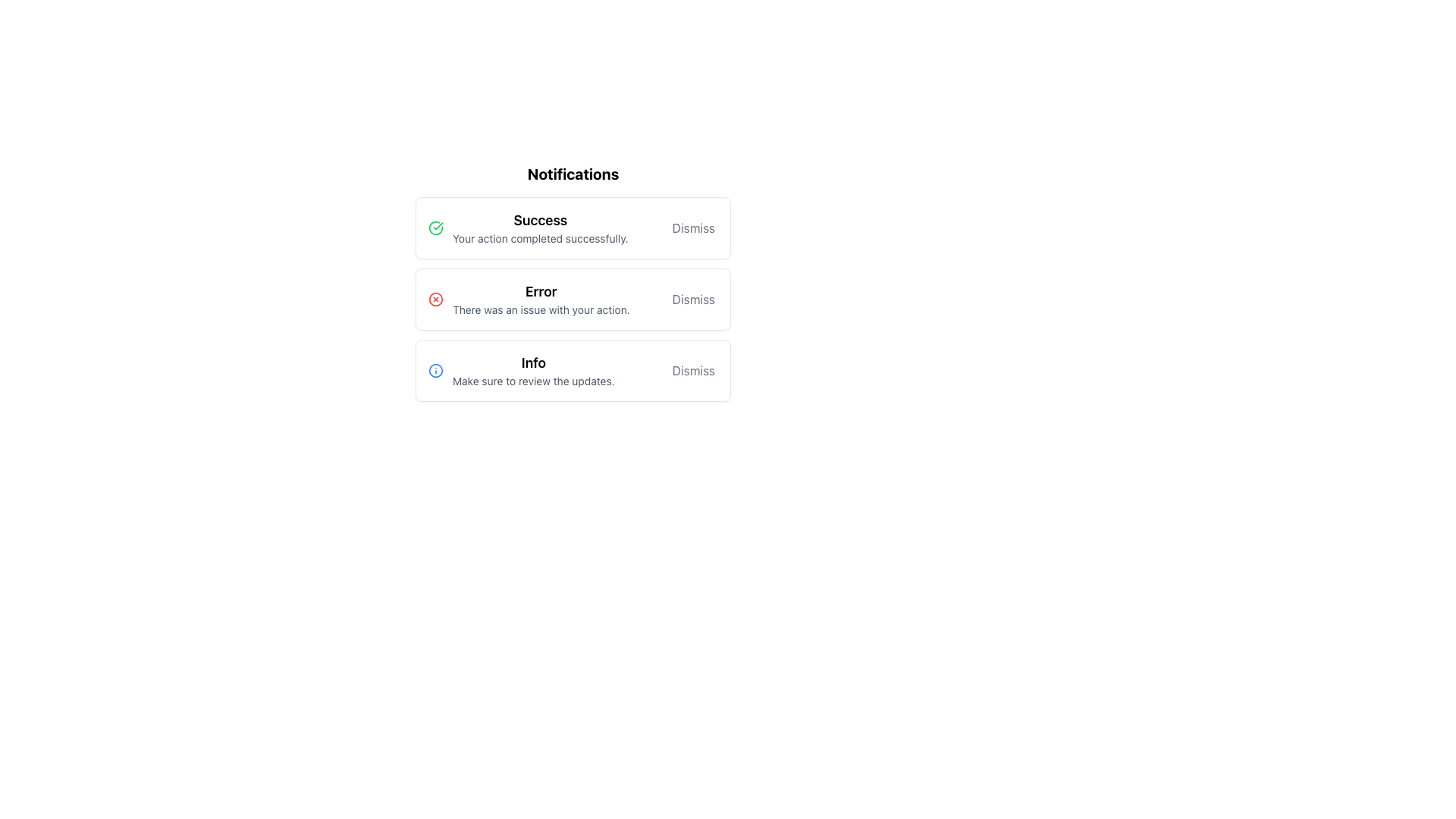  Describe the element at coordinates (533, 371) in the screenshot. I see `the Text display element that features a bold header "Info" and a smaller text "Make sure to review the updates."` at that location.